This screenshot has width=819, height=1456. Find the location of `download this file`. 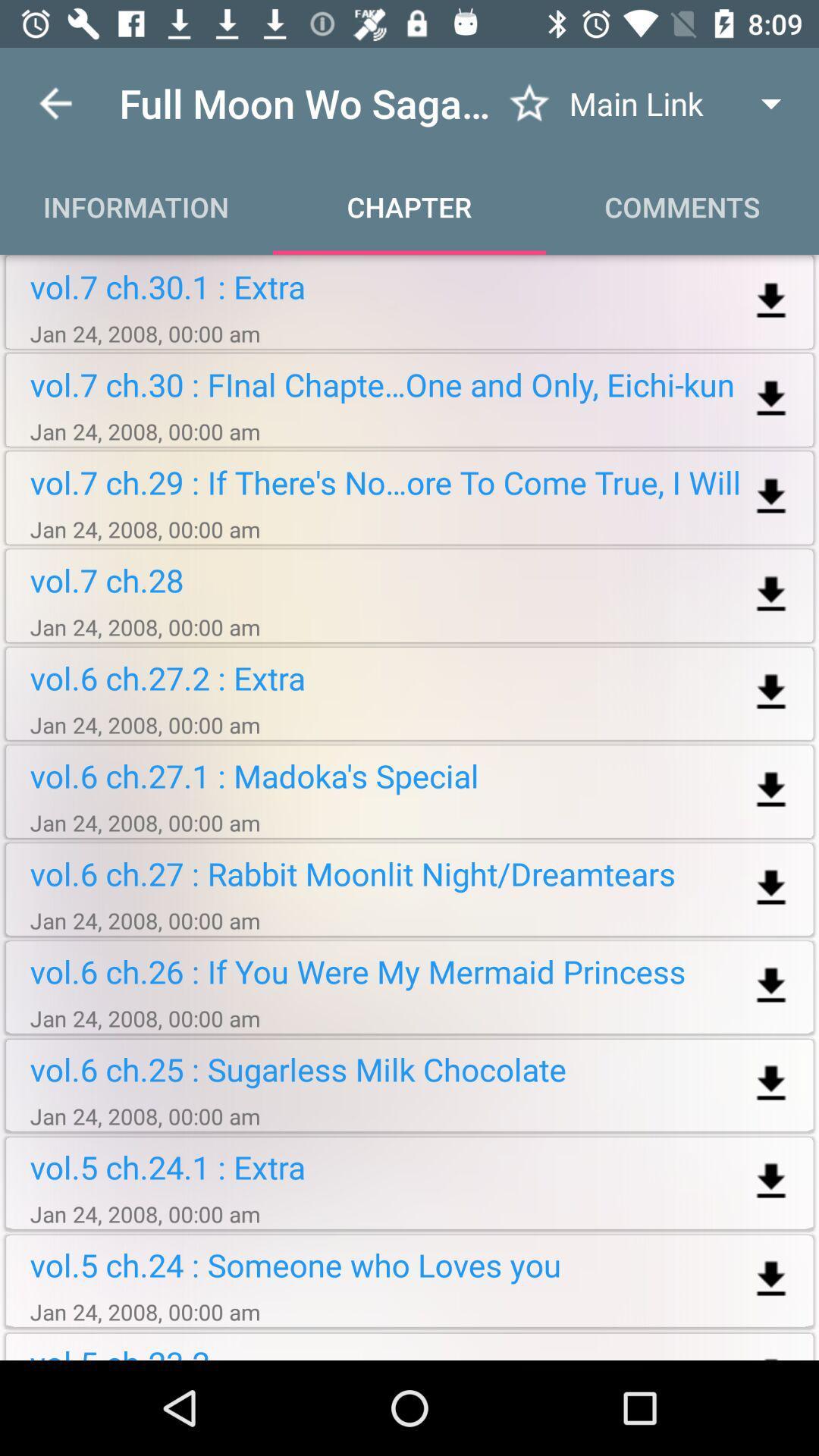

download this file is located at coordinates (771, 789).